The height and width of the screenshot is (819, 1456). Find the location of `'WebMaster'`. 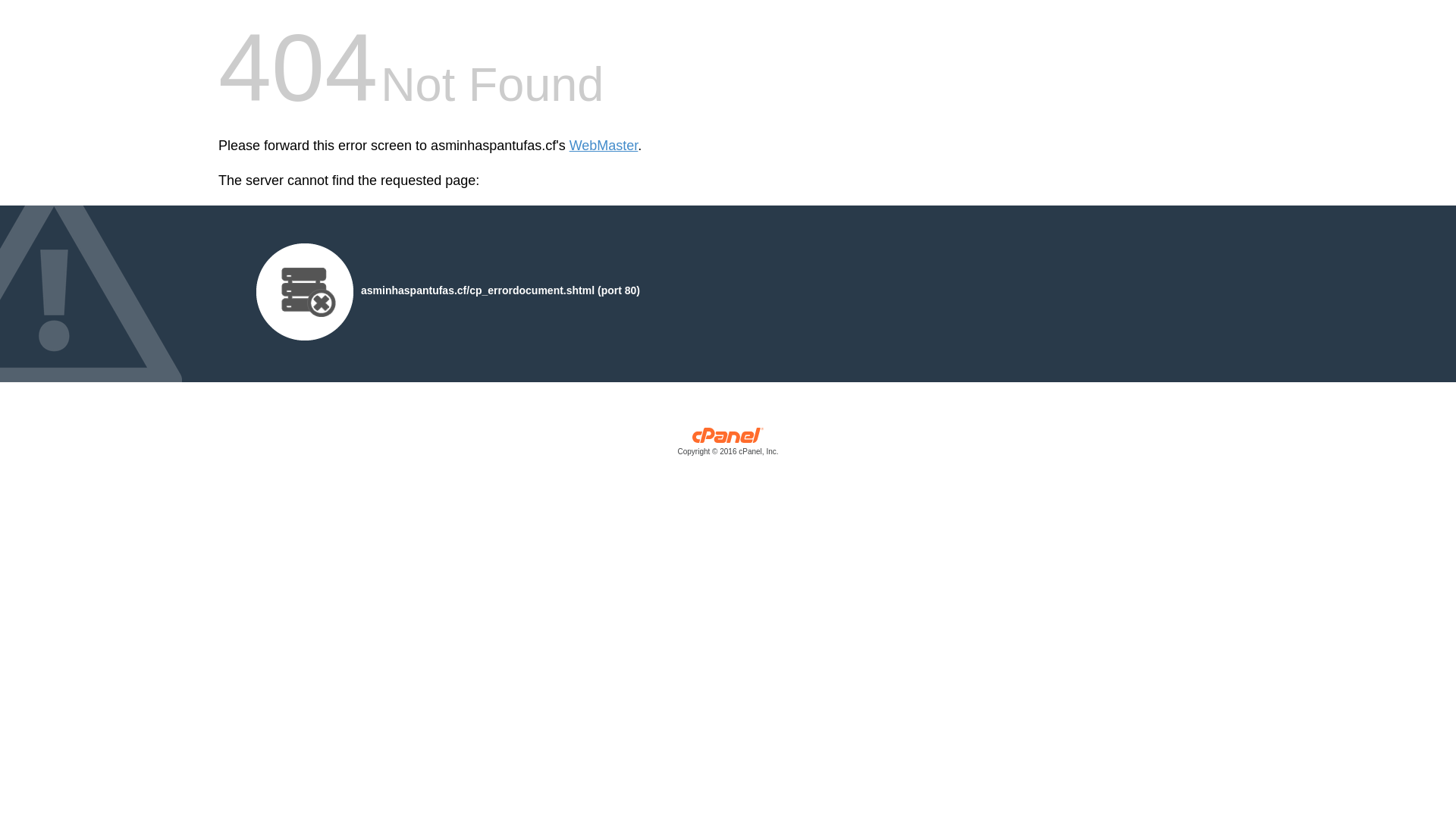

'WebMaster' is located at coordinates (568, 146).